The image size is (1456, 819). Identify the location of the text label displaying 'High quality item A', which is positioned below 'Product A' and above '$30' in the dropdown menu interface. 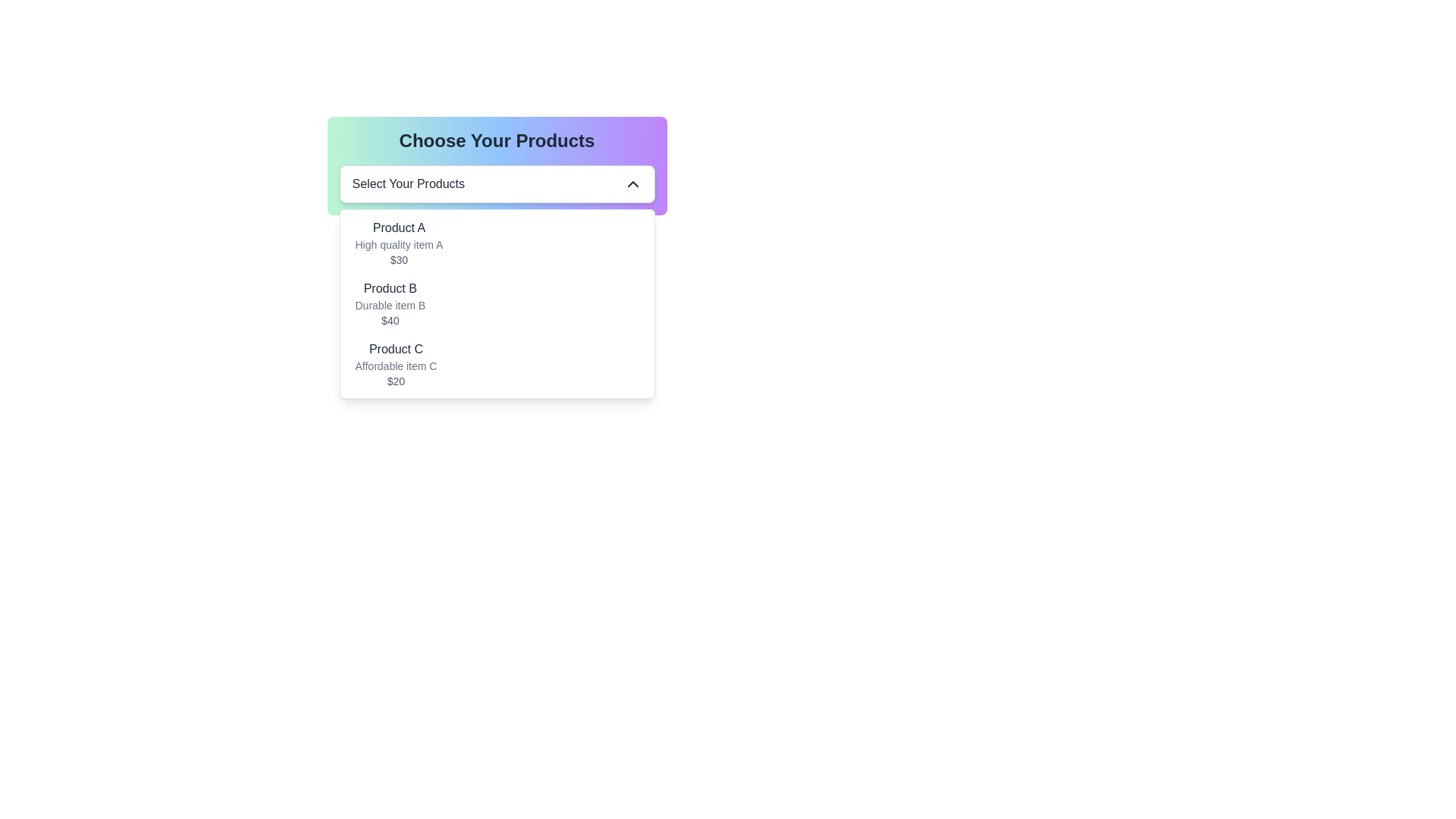
(399, 244).